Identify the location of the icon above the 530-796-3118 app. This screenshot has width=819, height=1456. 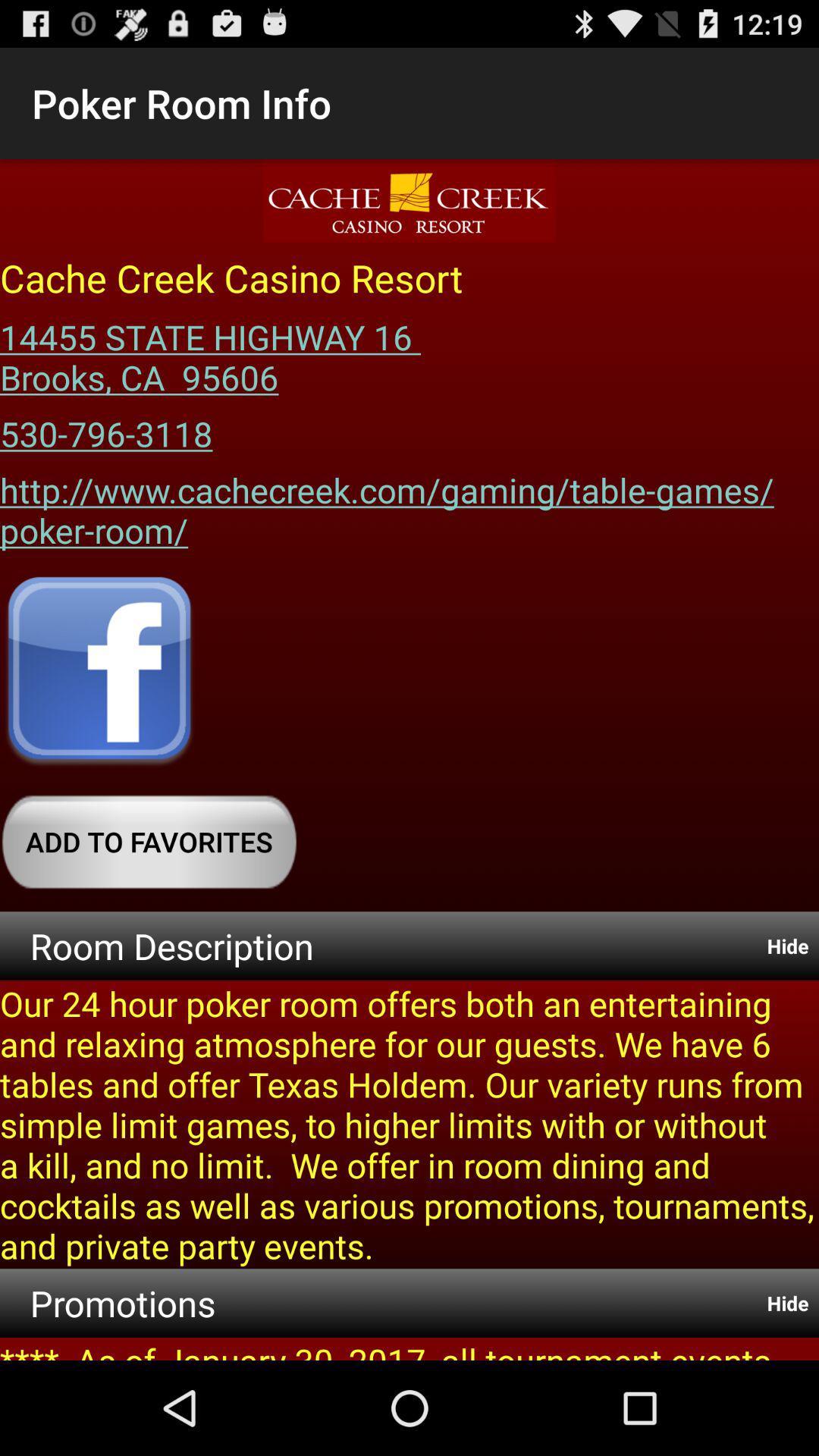
(215, 351).